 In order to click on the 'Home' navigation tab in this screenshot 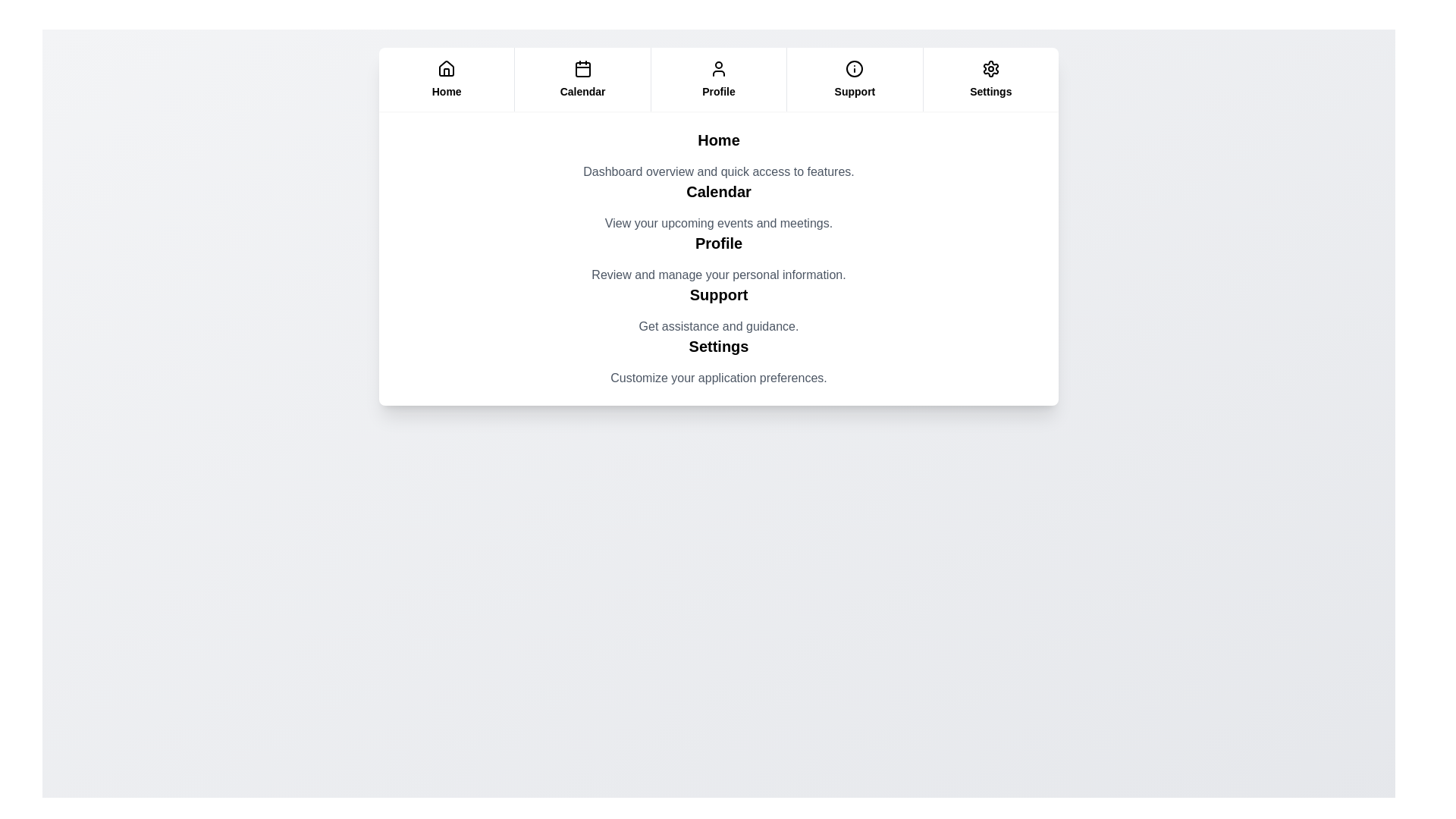, I will do `click(446, 79)`.